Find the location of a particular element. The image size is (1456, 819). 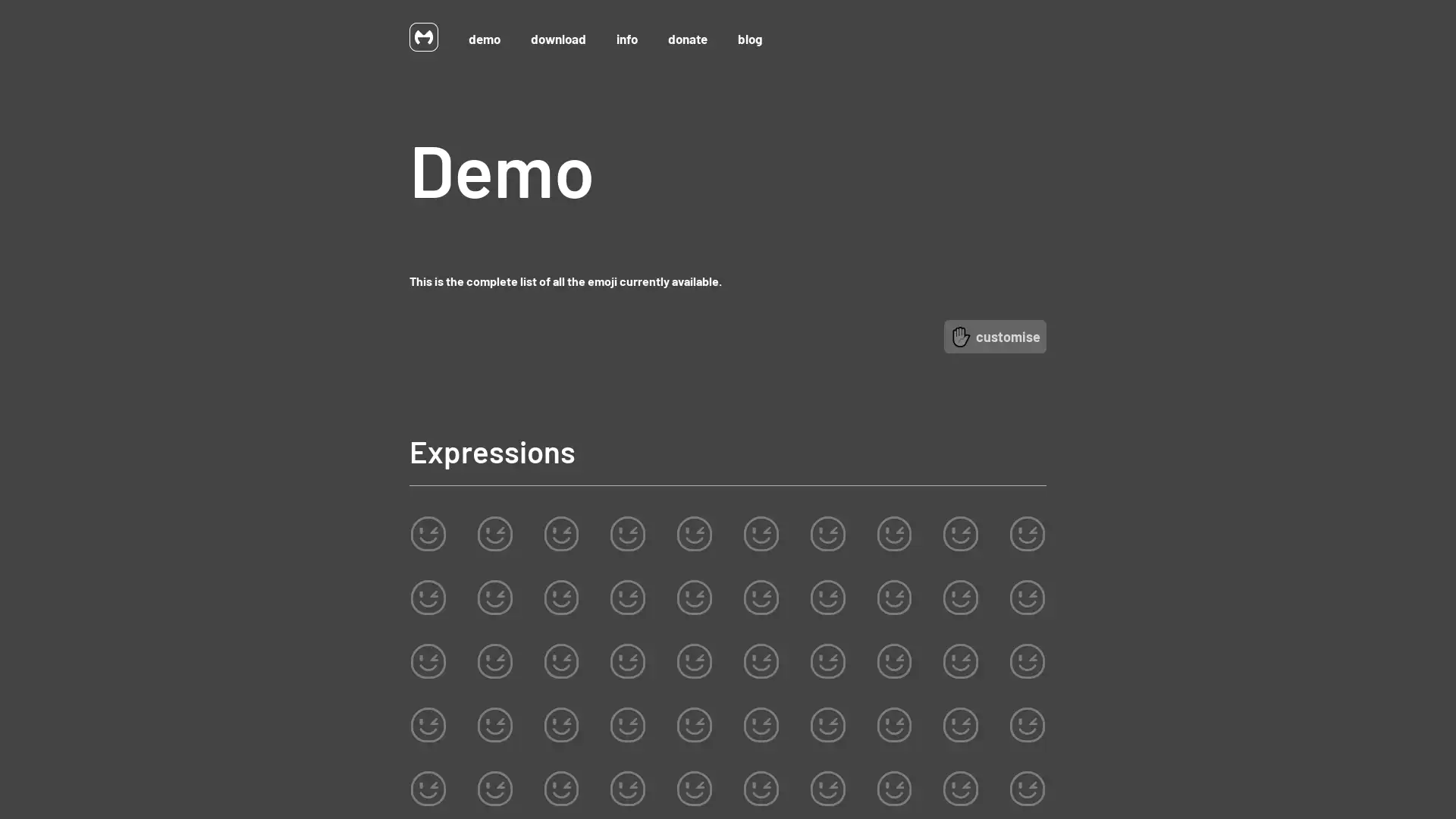

customise is located at coordinates (995, 335).